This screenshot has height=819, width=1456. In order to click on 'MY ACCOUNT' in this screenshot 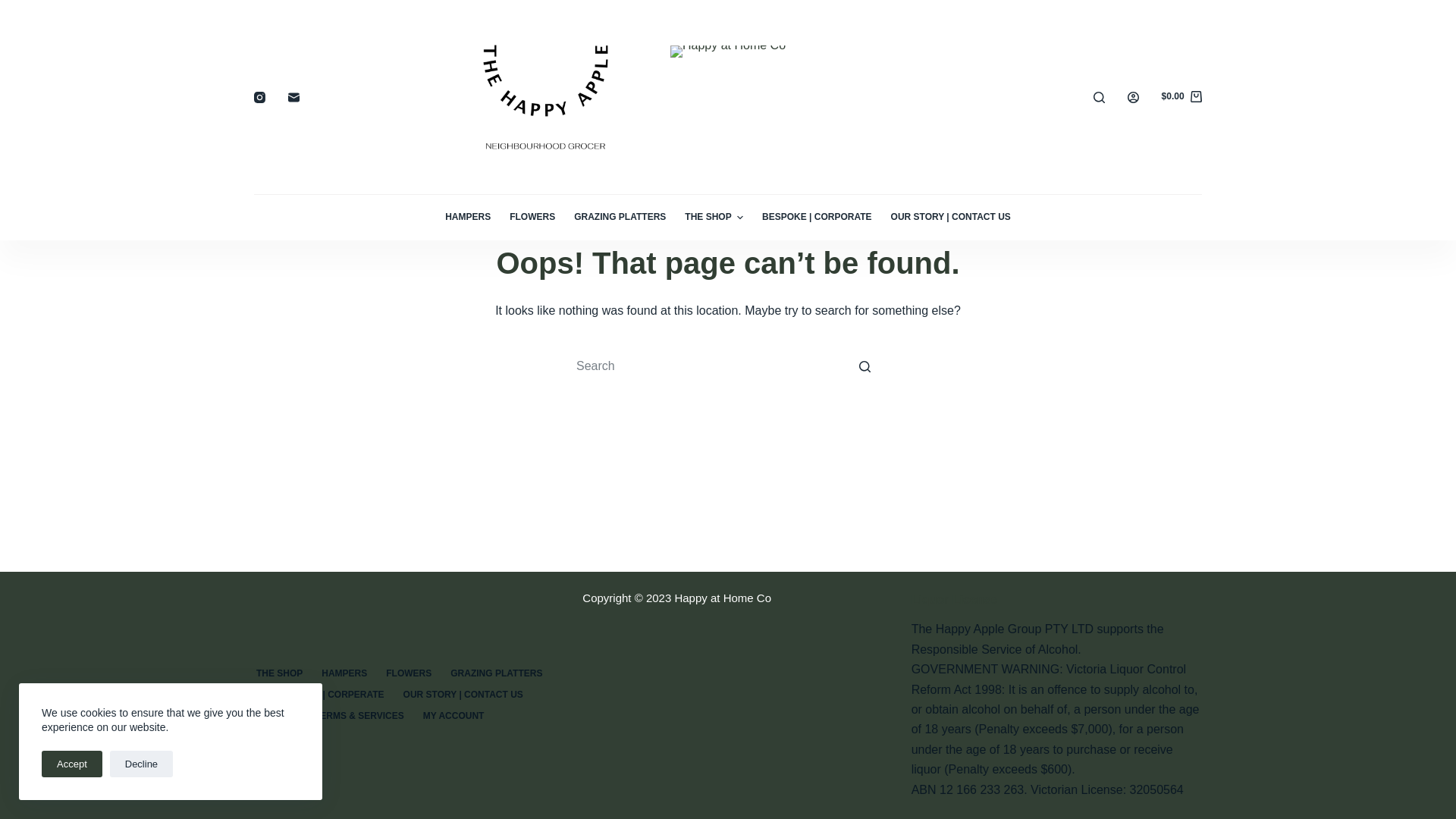, I will do `click(453, 717)`.